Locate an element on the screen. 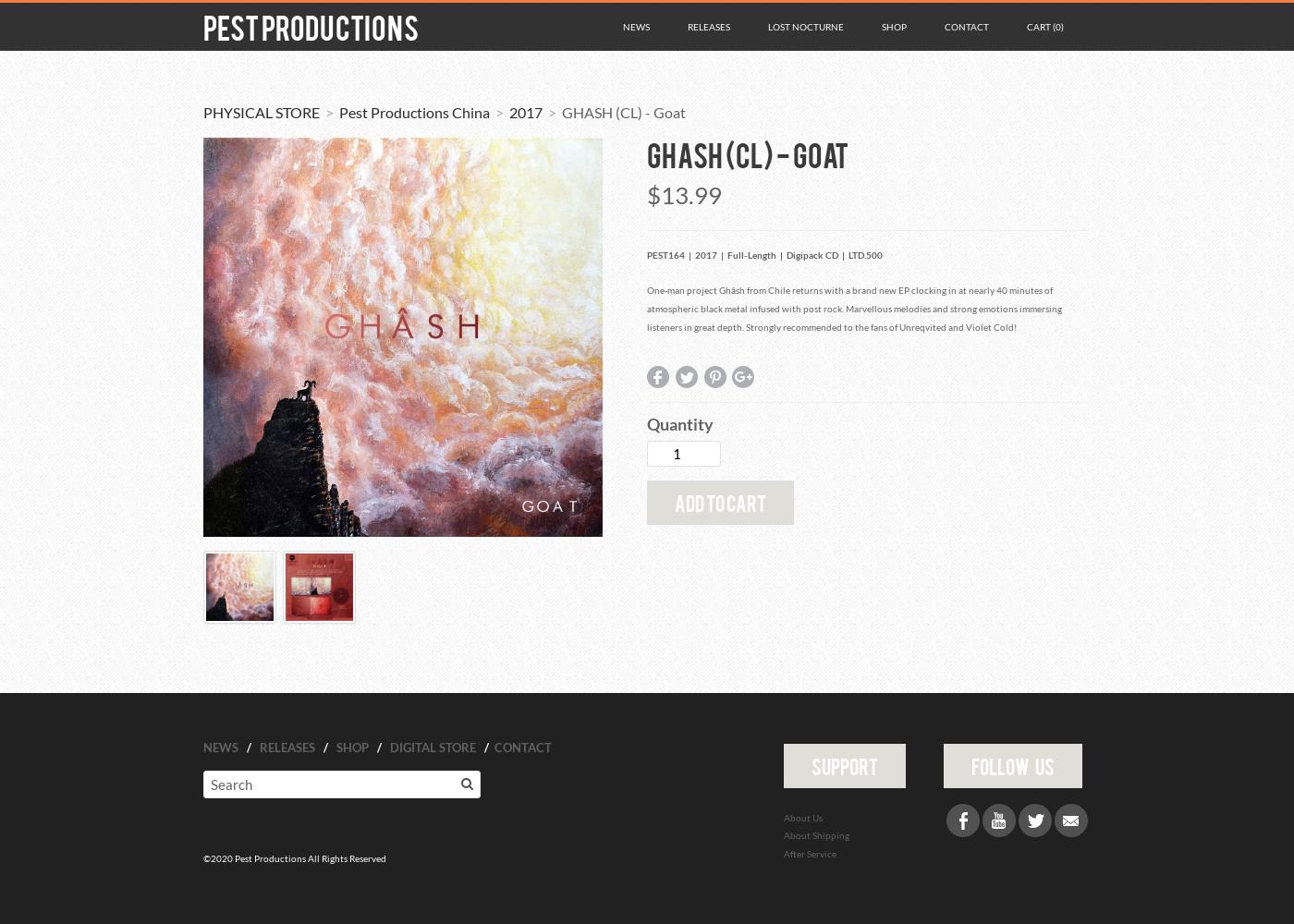 Image resolution: width=1294 pixels, height=924 pixels. 'After Service' is located at coordinates (809, 853).